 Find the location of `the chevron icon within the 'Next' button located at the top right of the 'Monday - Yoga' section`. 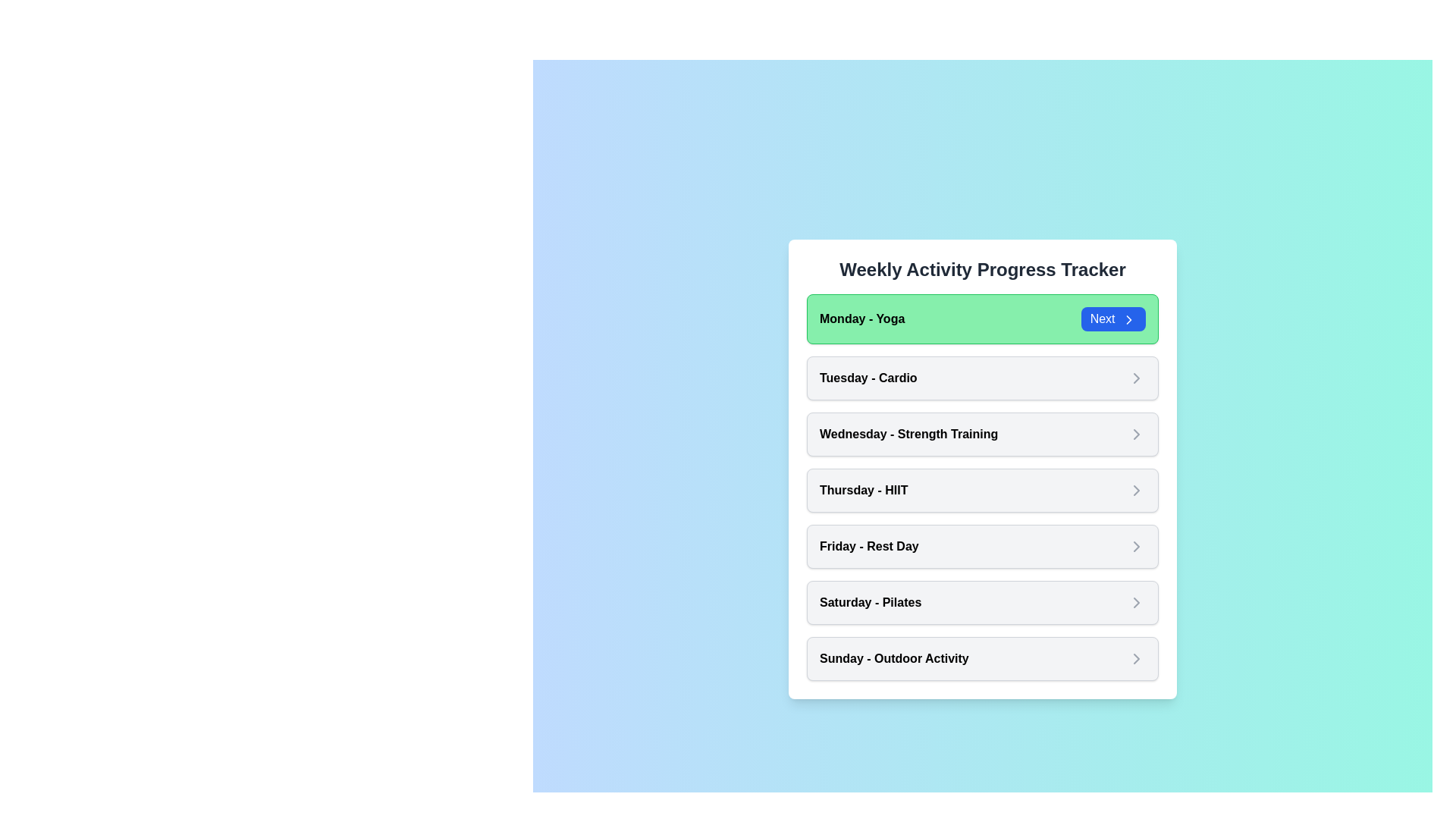

the chevron icon within the 'Next' button located at the top right of the 'Monday - Yoga' section is located at coordinates (1128, 318).